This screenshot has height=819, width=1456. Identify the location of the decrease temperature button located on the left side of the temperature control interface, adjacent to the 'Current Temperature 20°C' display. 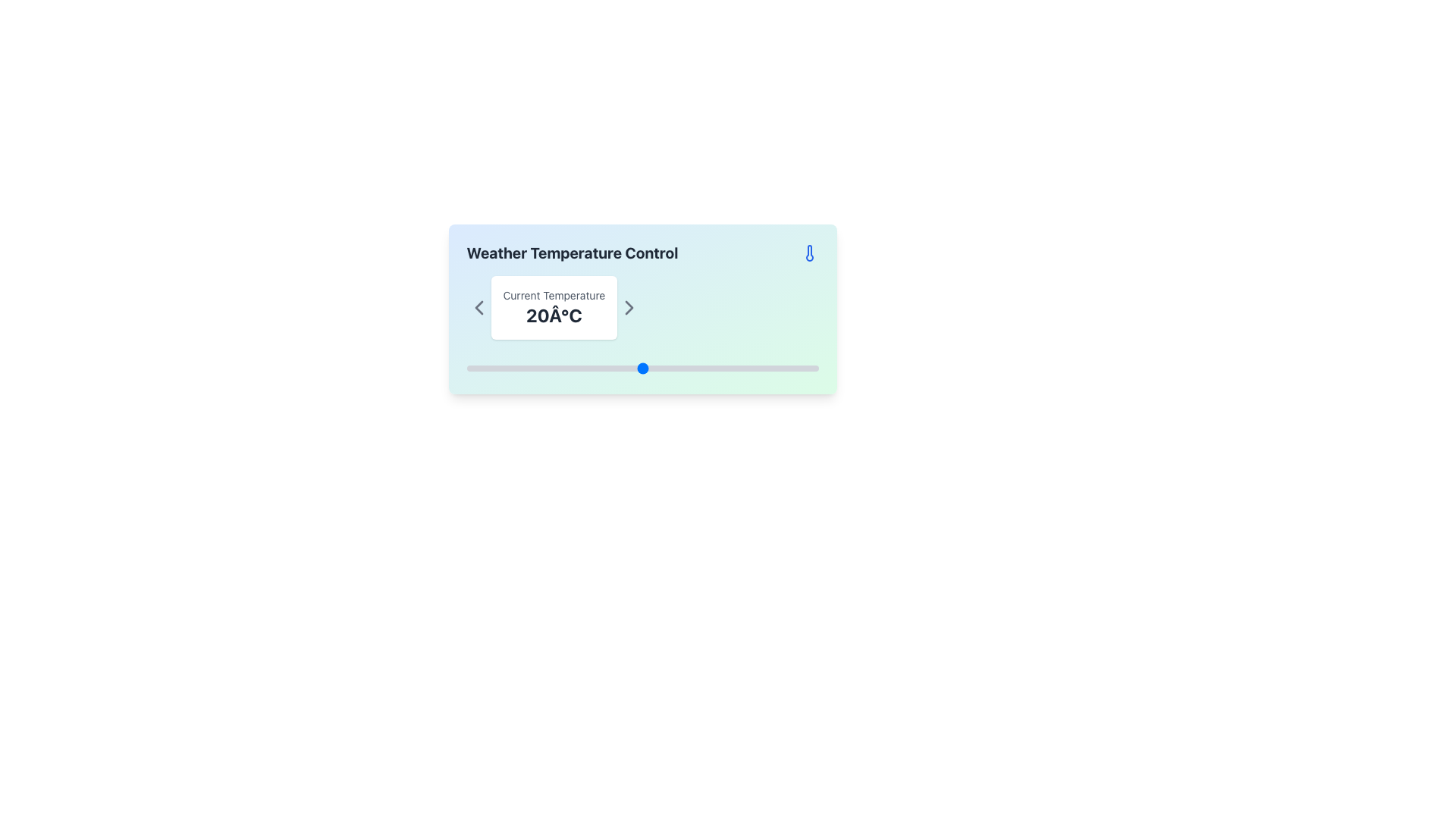
(478, 307).